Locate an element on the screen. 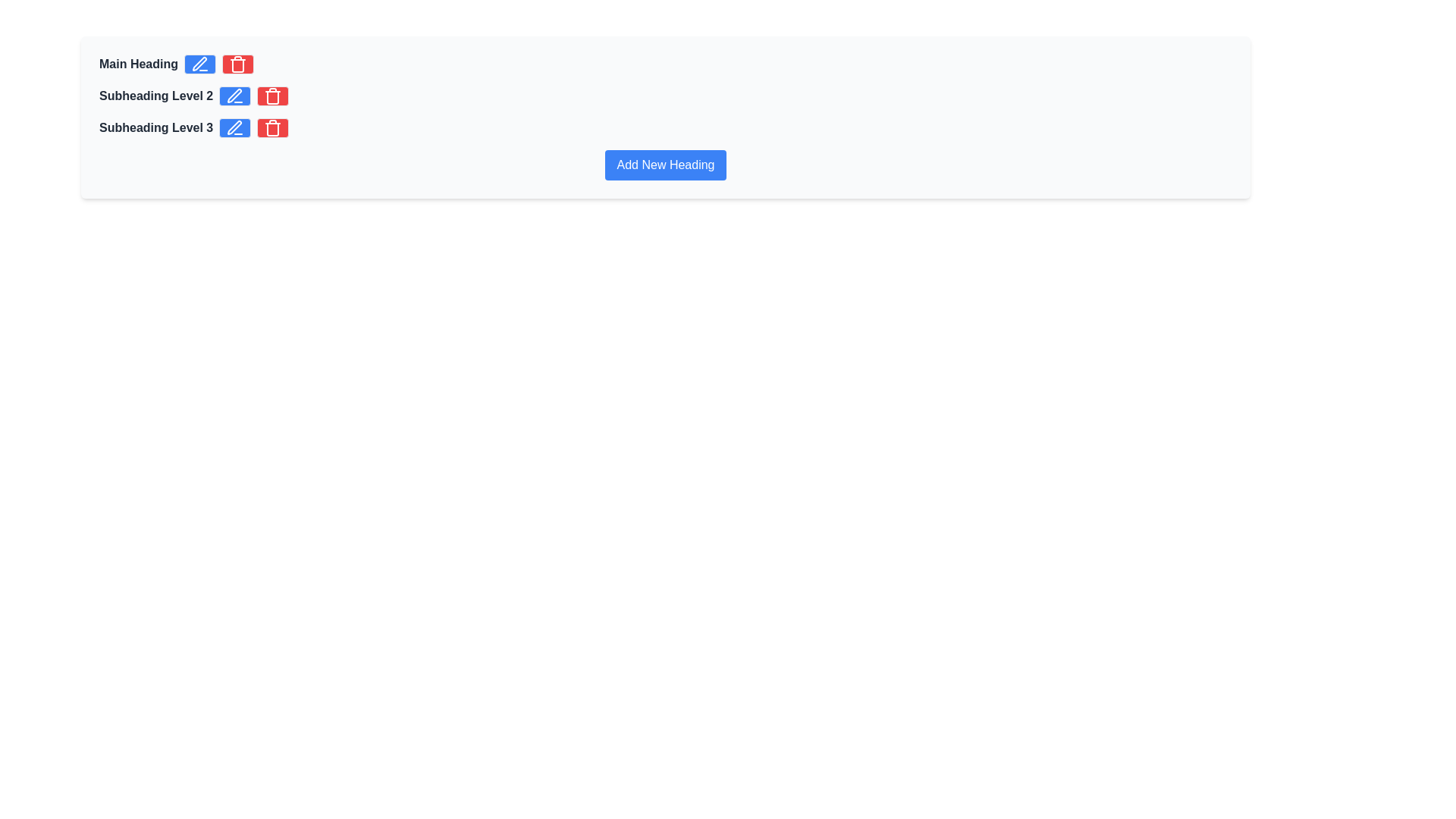  the trash can icon, which serves as a delete button located to the right of each heading level is located at coordinates (273, 96).